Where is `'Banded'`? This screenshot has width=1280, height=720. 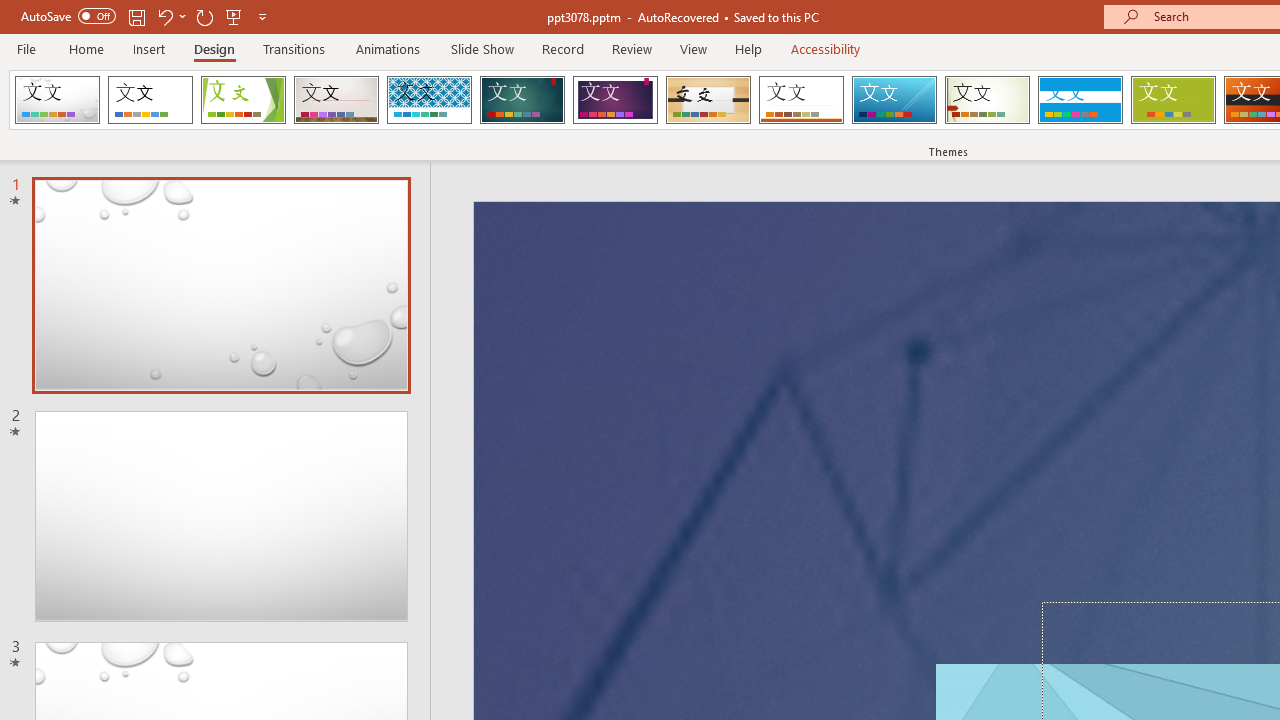 'Banded' is located at coordinates (1079, 100).